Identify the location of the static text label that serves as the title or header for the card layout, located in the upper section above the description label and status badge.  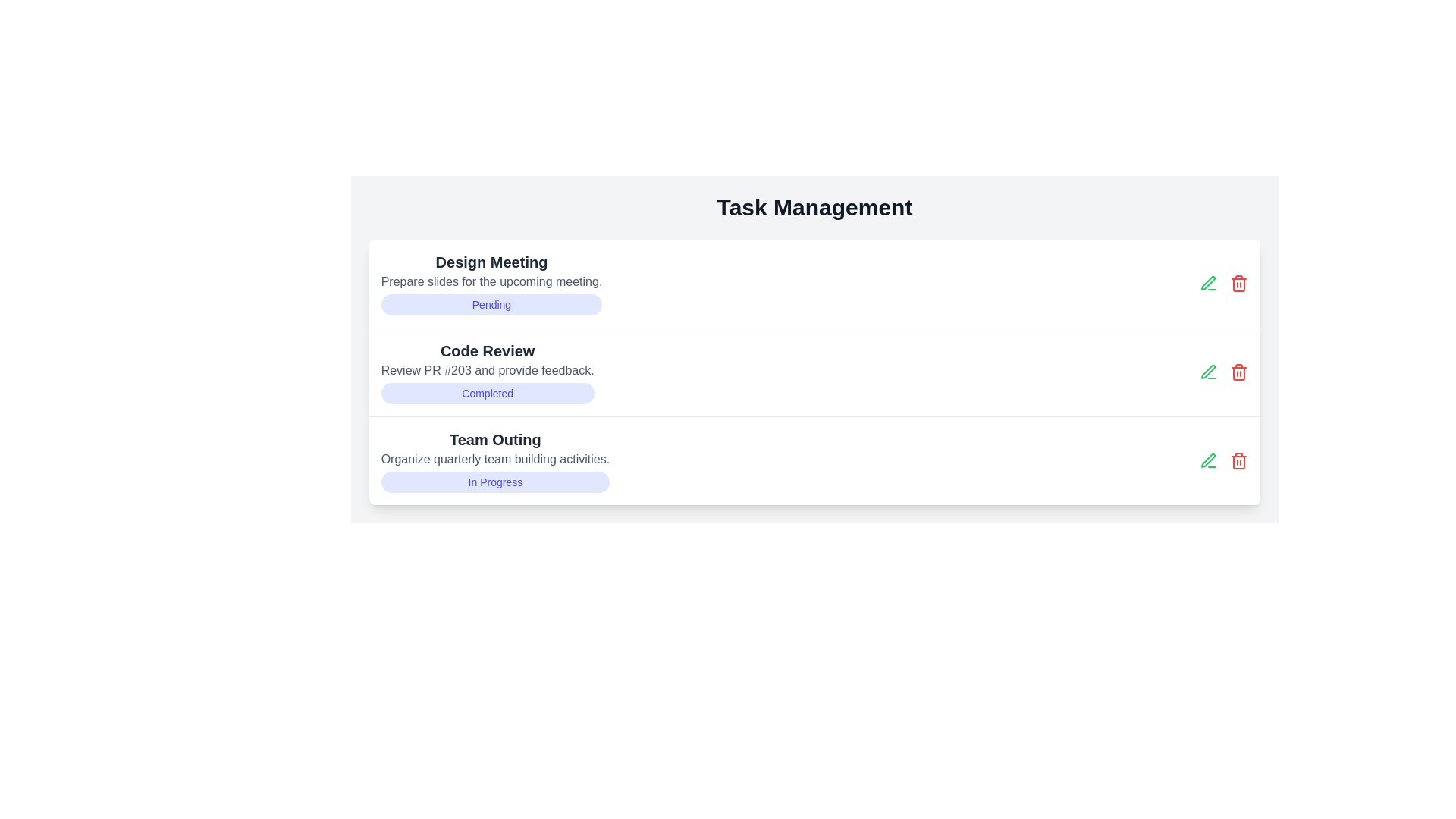
(491, 262).